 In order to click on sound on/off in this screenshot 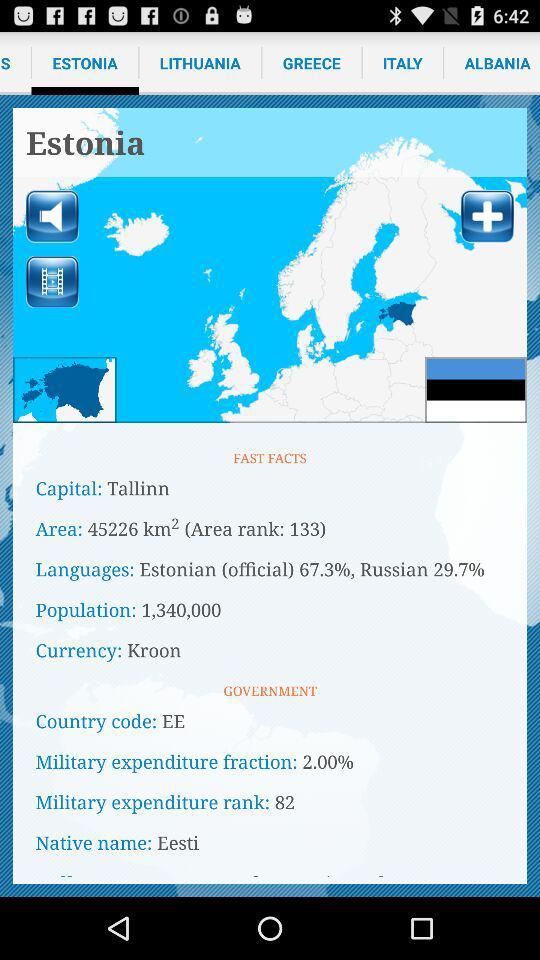, I will do `click(52, 216)`.